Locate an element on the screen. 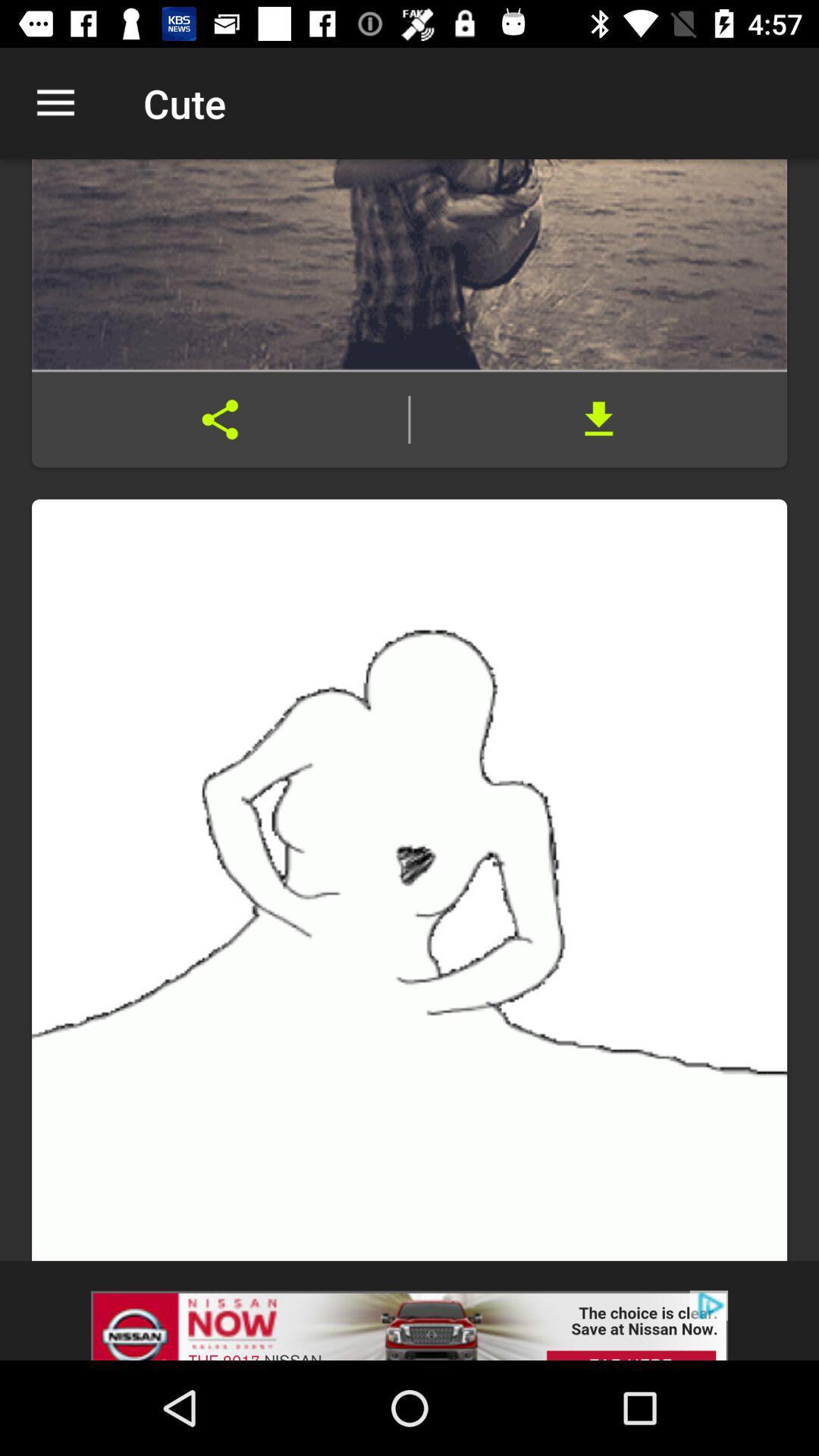  advertisement option is located at coordinates (409, 1310).